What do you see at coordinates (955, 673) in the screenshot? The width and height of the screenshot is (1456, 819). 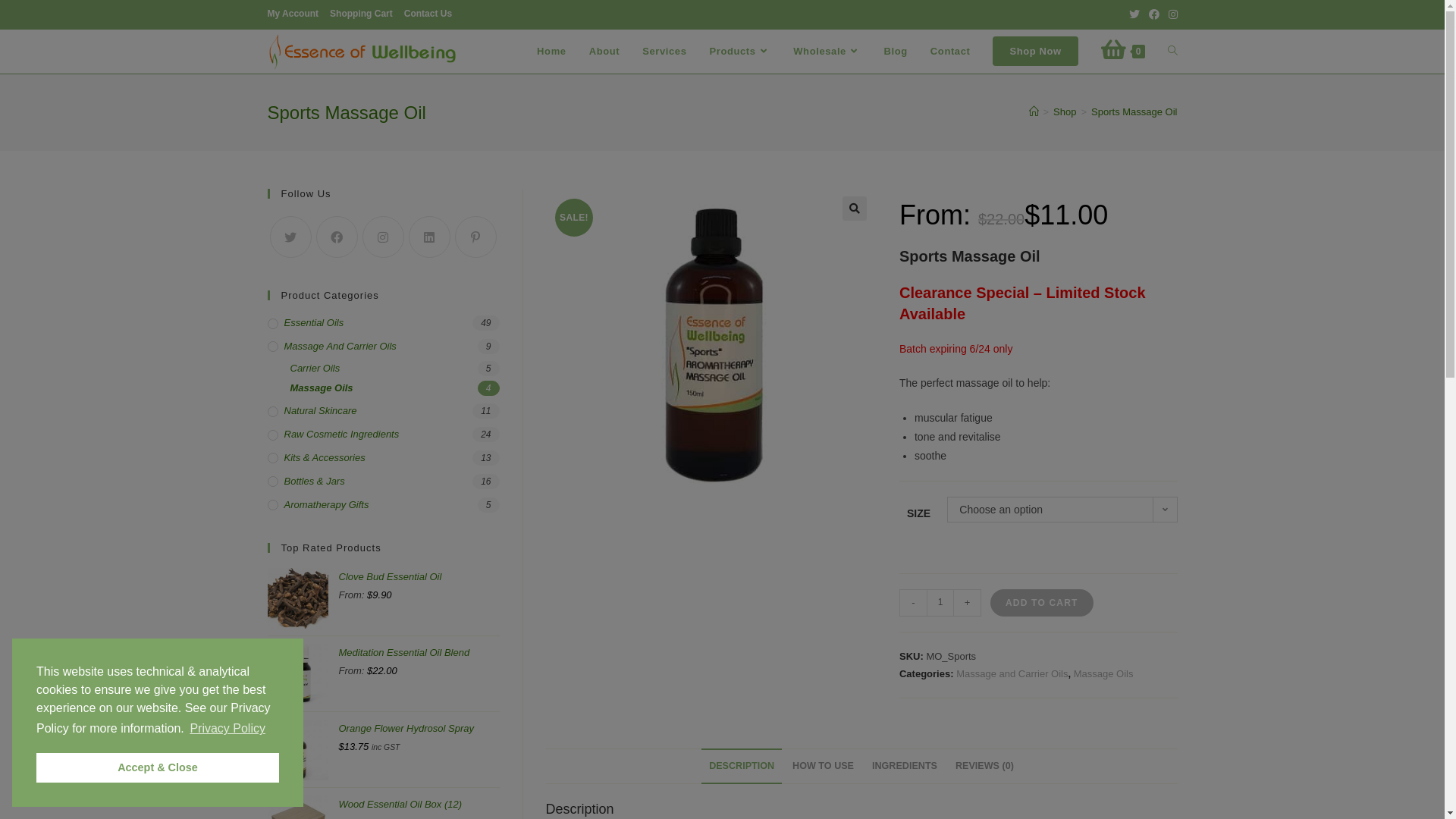 I see `'Massage and Carrier Oils'` at bounding box center [955, 673].